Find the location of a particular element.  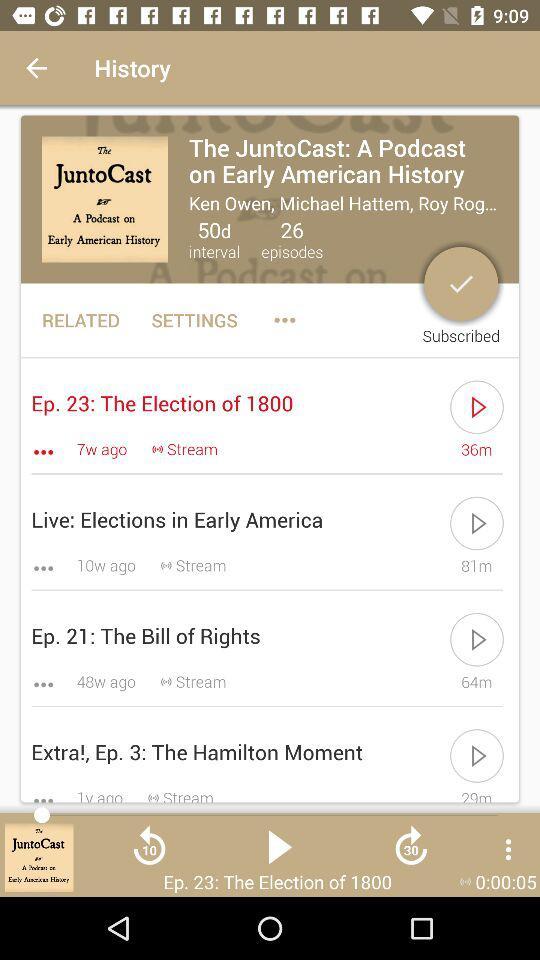

the av_forward icon is located at coordinates (410, 853).